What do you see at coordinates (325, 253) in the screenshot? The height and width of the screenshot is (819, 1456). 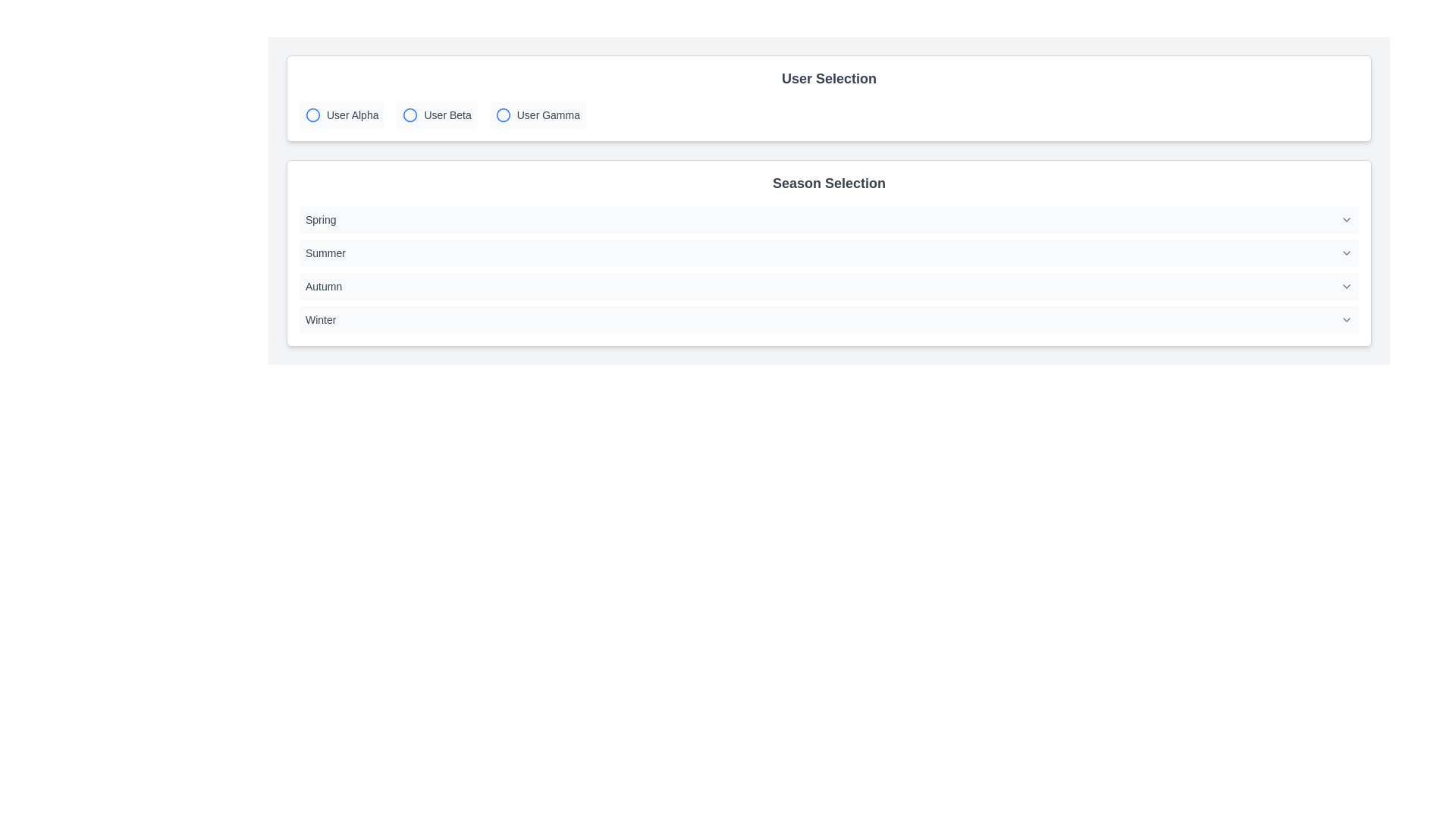 I see `the text snippet displaying 'Summer' in gray color within the dropdown selector to provide visual feedback` at bounding box center [325, 253].